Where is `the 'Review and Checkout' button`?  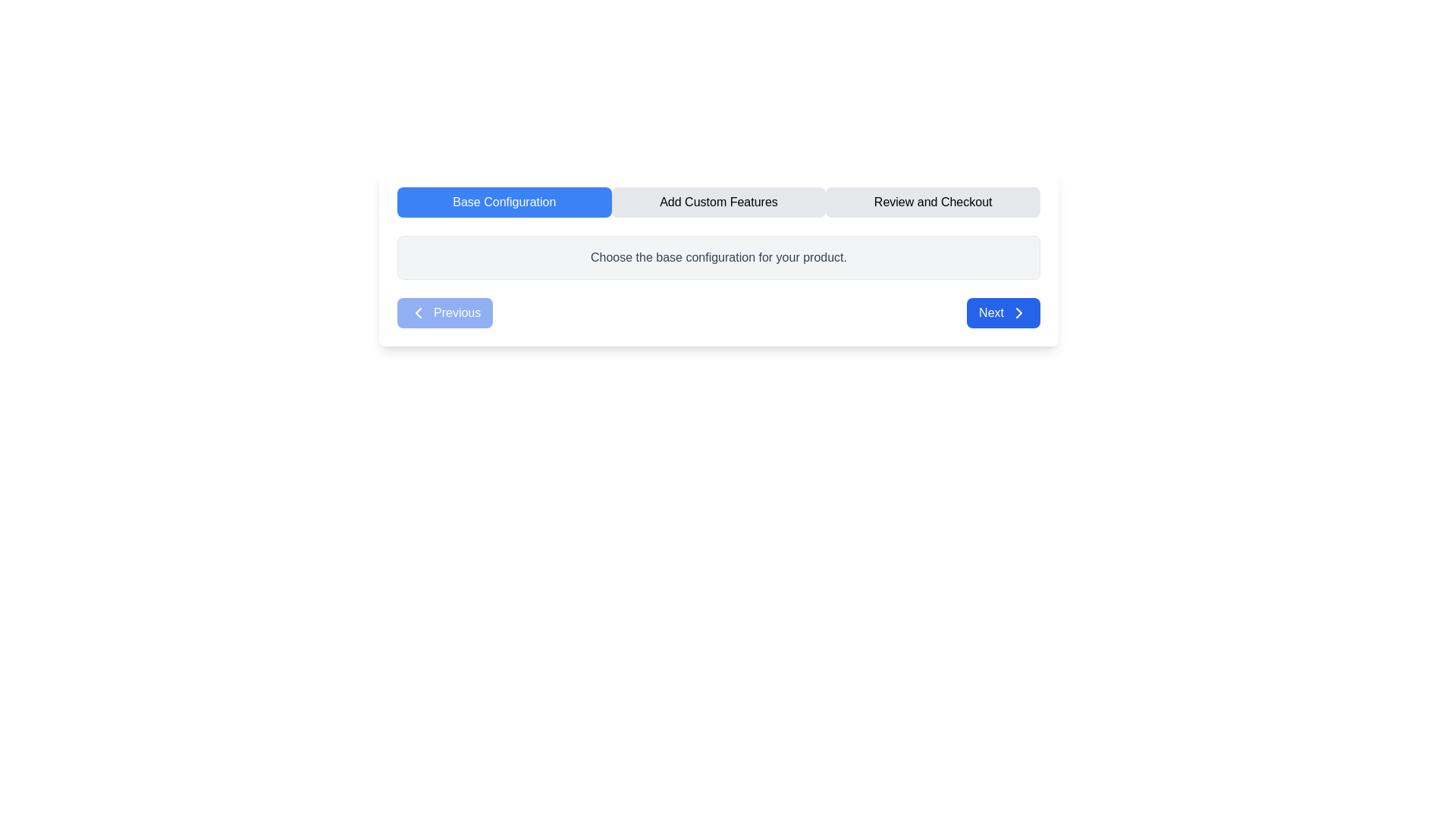
the 'Review and Checkout' button is located at coordinates (932, 201).